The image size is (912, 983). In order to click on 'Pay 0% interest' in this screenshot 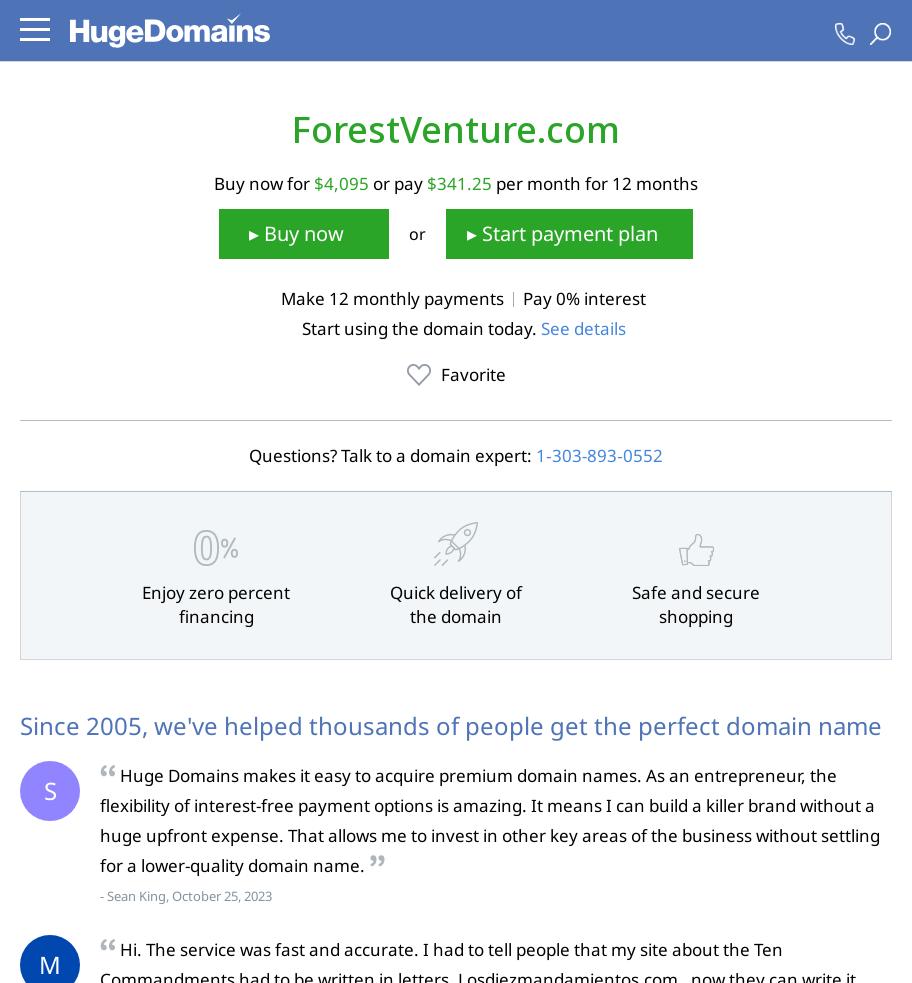, I will do `click(583, 298)`.